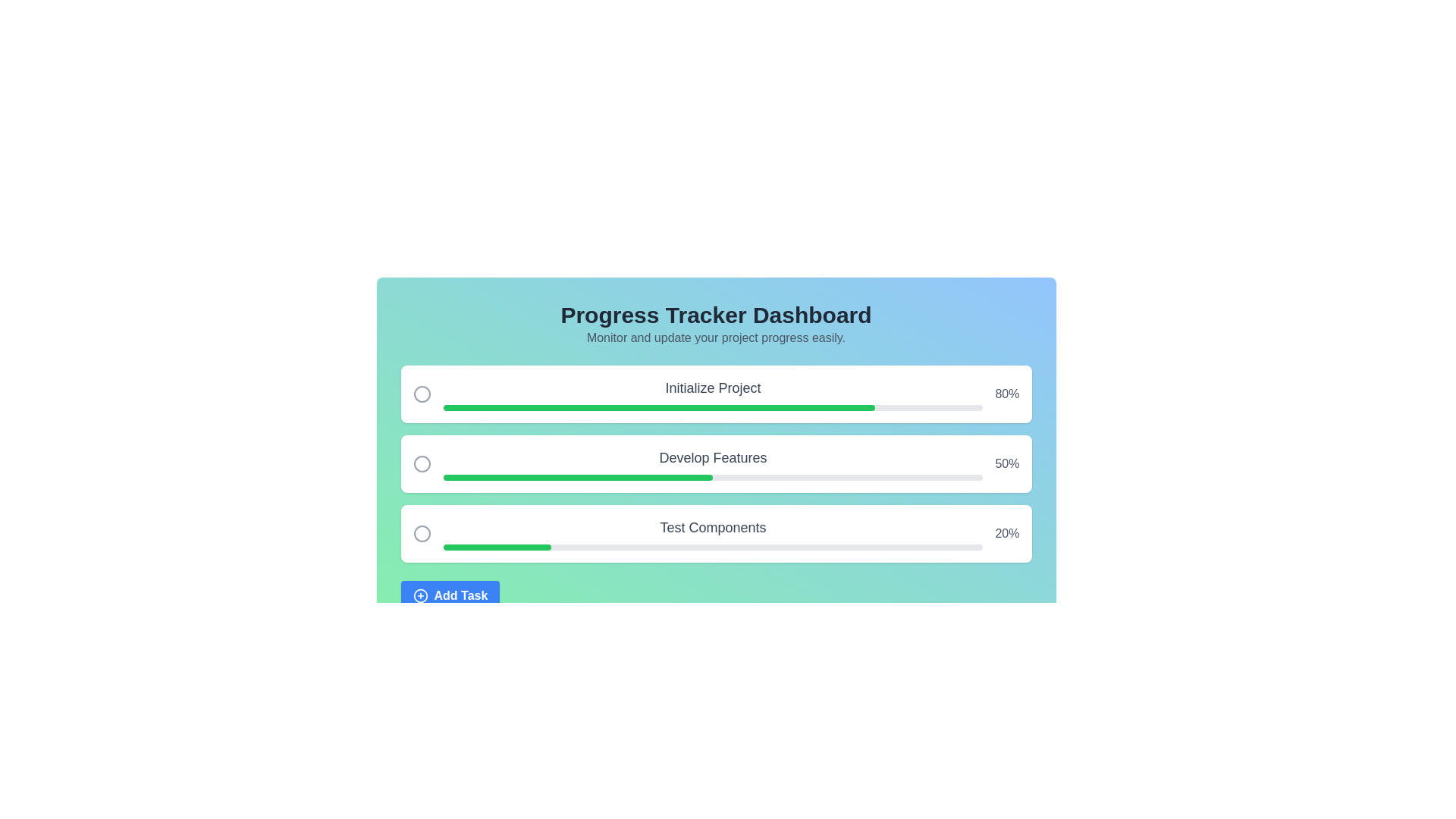 This screenshot has height=819, width=1456. I want to click on the title text element that indicates the purpose or status of the associated progress task, positioned centrally between 'Initialize Project' and 'Test Components', so click(712, 457).